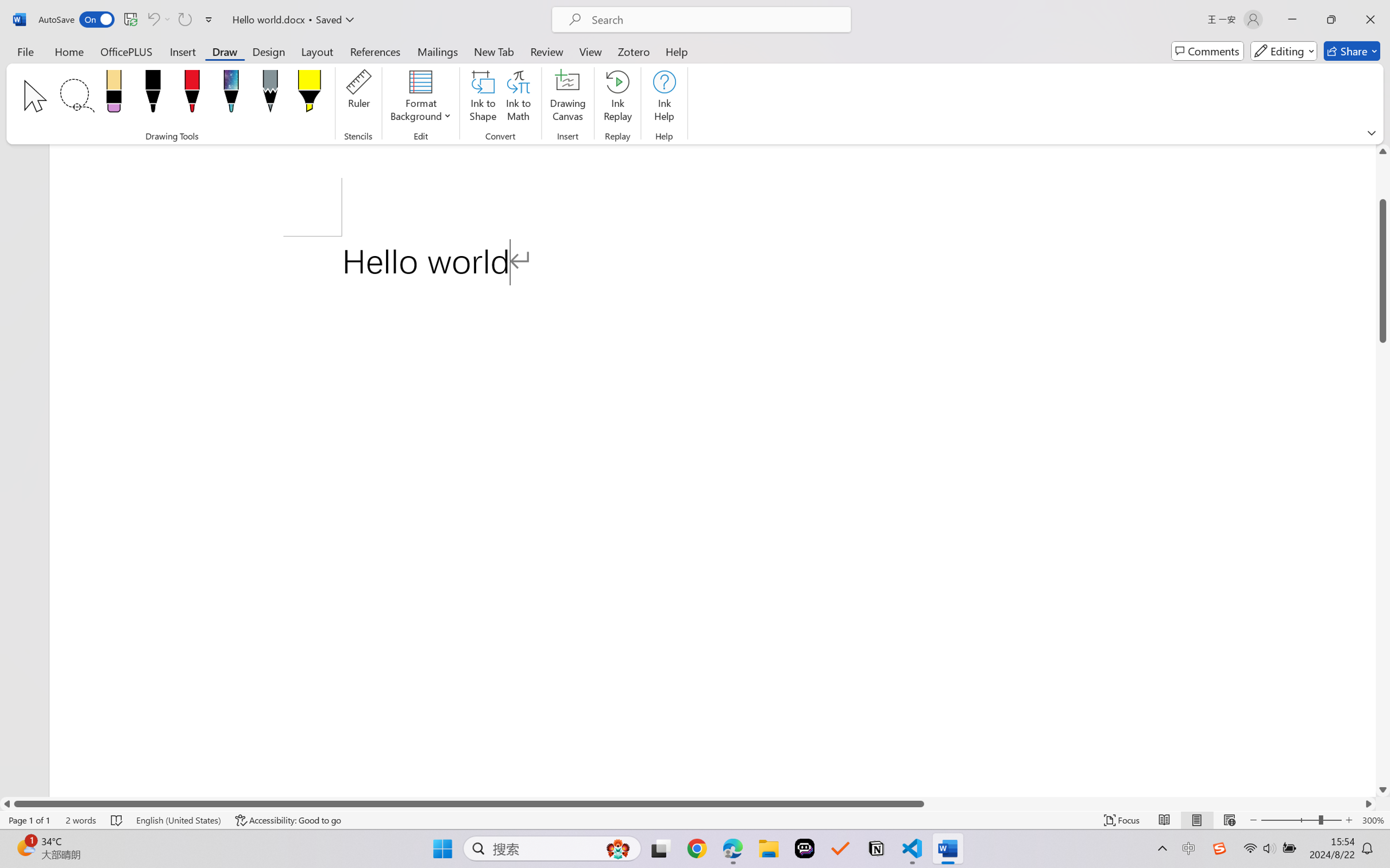 The height and width of the screenshot is (868, 1390). Describe the element at coordinates (1229, 820) in the screenshot. I see `'Web Layout'` at that location.